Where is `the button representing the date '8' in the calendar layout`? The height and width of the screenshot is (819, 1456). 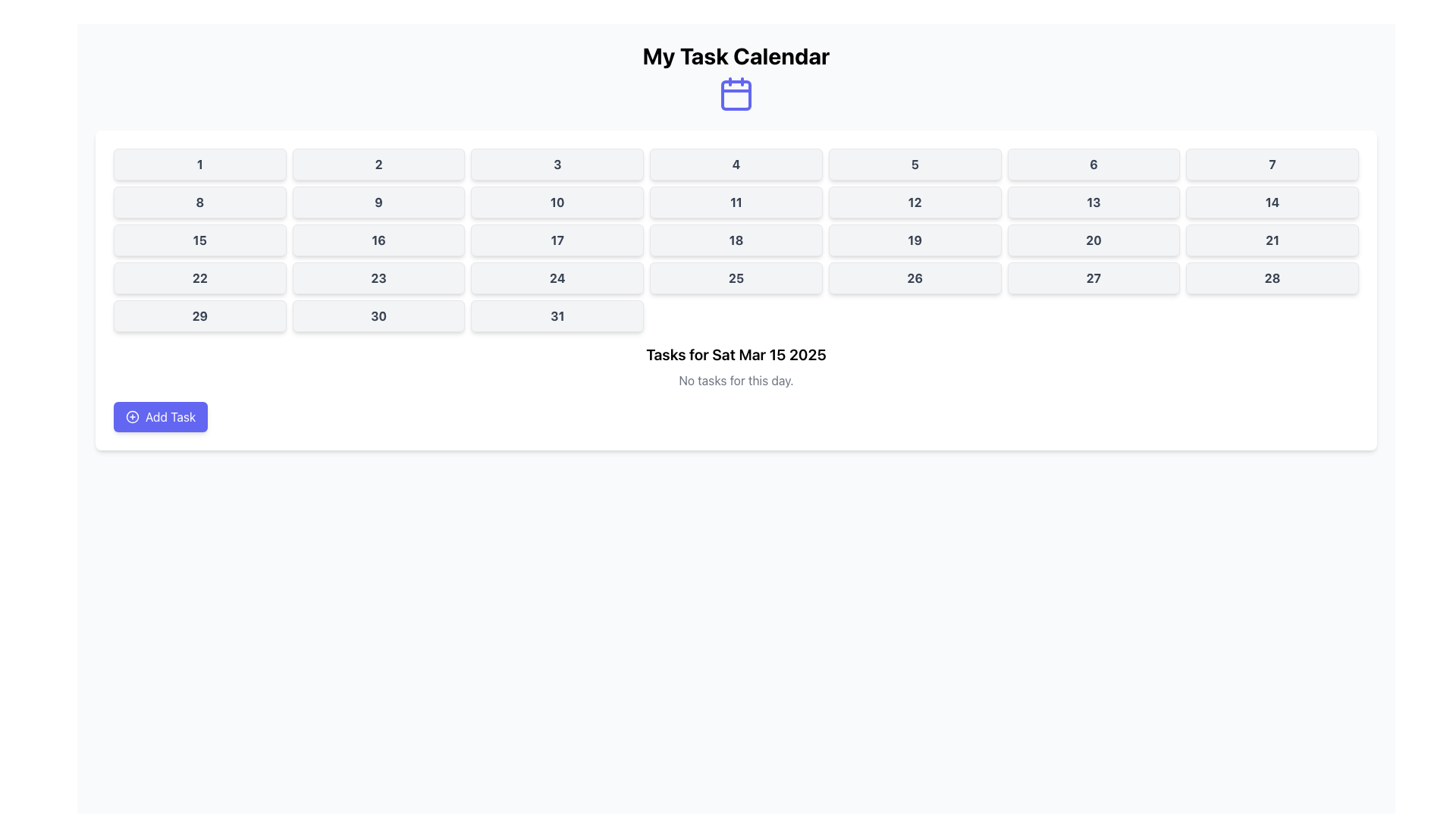
the button representing the date '8' in the calendar layout is located at coordinates (199, 201).